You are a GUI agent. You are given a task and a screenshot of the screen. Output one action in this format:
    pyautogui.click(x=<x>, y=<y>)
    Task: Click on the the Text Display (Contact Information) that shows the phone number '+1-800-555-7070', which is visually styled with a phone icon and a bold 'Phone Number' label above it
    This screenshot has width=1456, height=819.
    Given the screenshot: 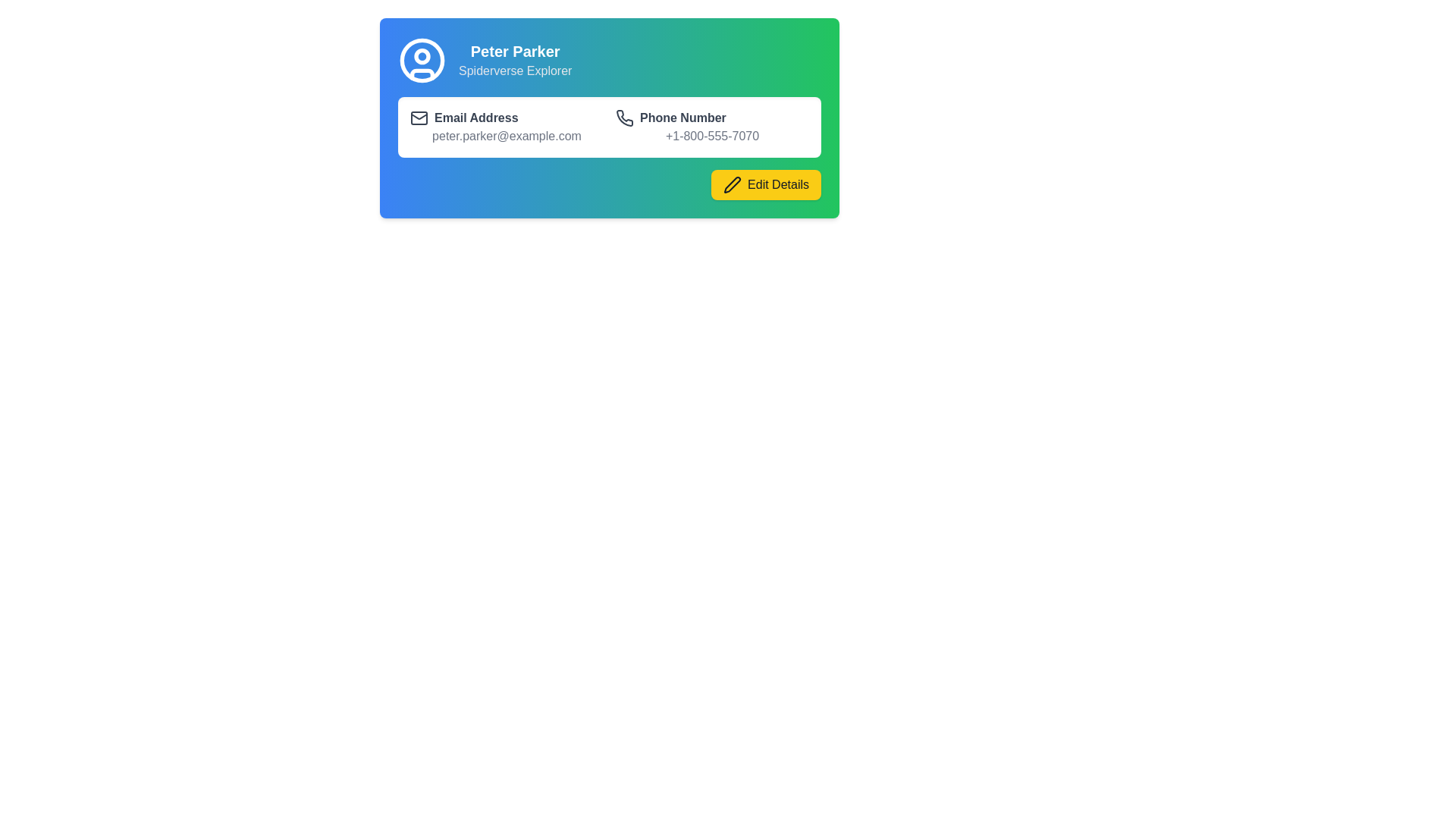 What is the action you would take?
    pyautogui.click(x=711, y=127)
    